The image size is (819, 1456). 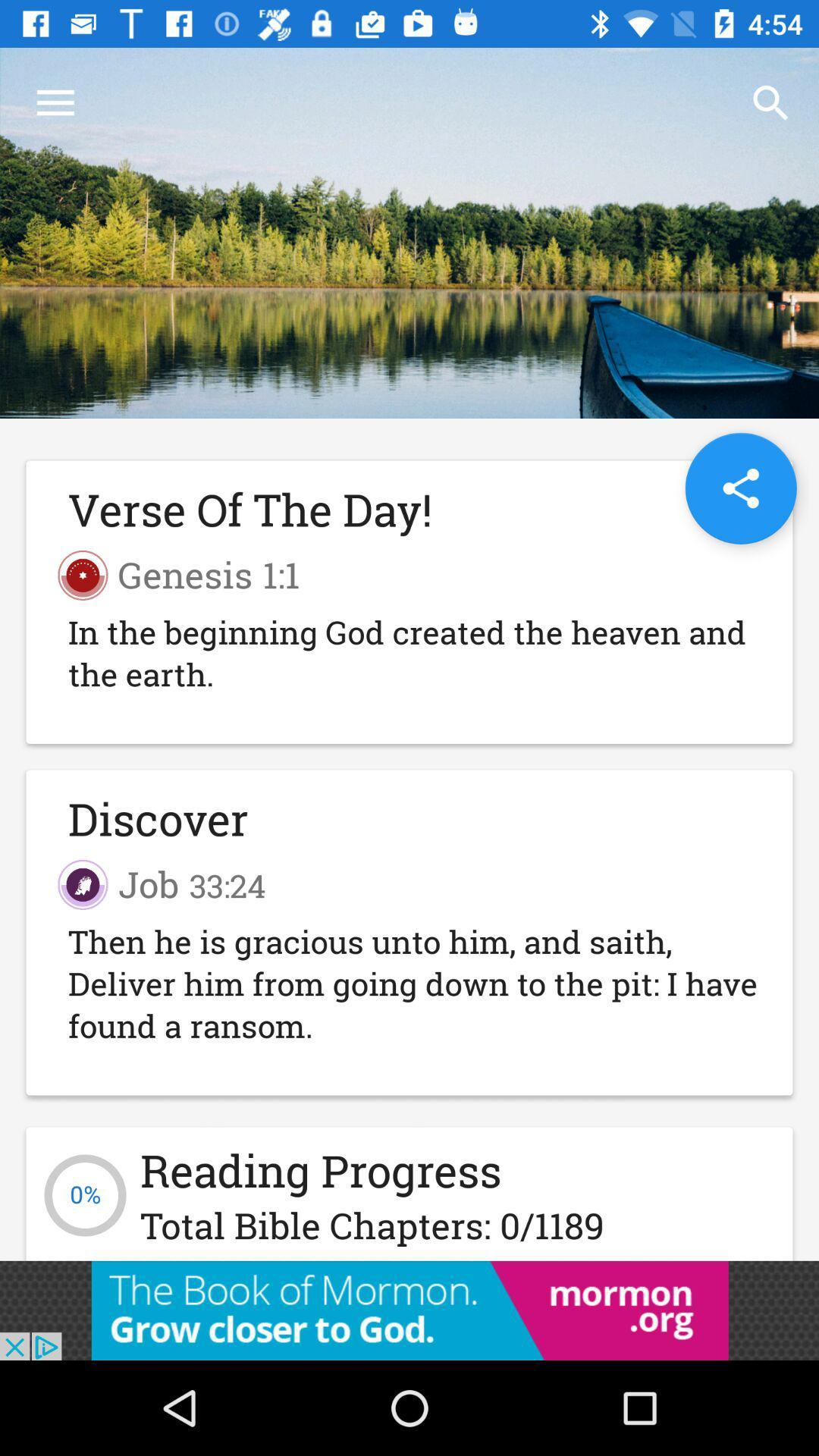 I want to click on visit advertiser, so click(x=409, y=1310).